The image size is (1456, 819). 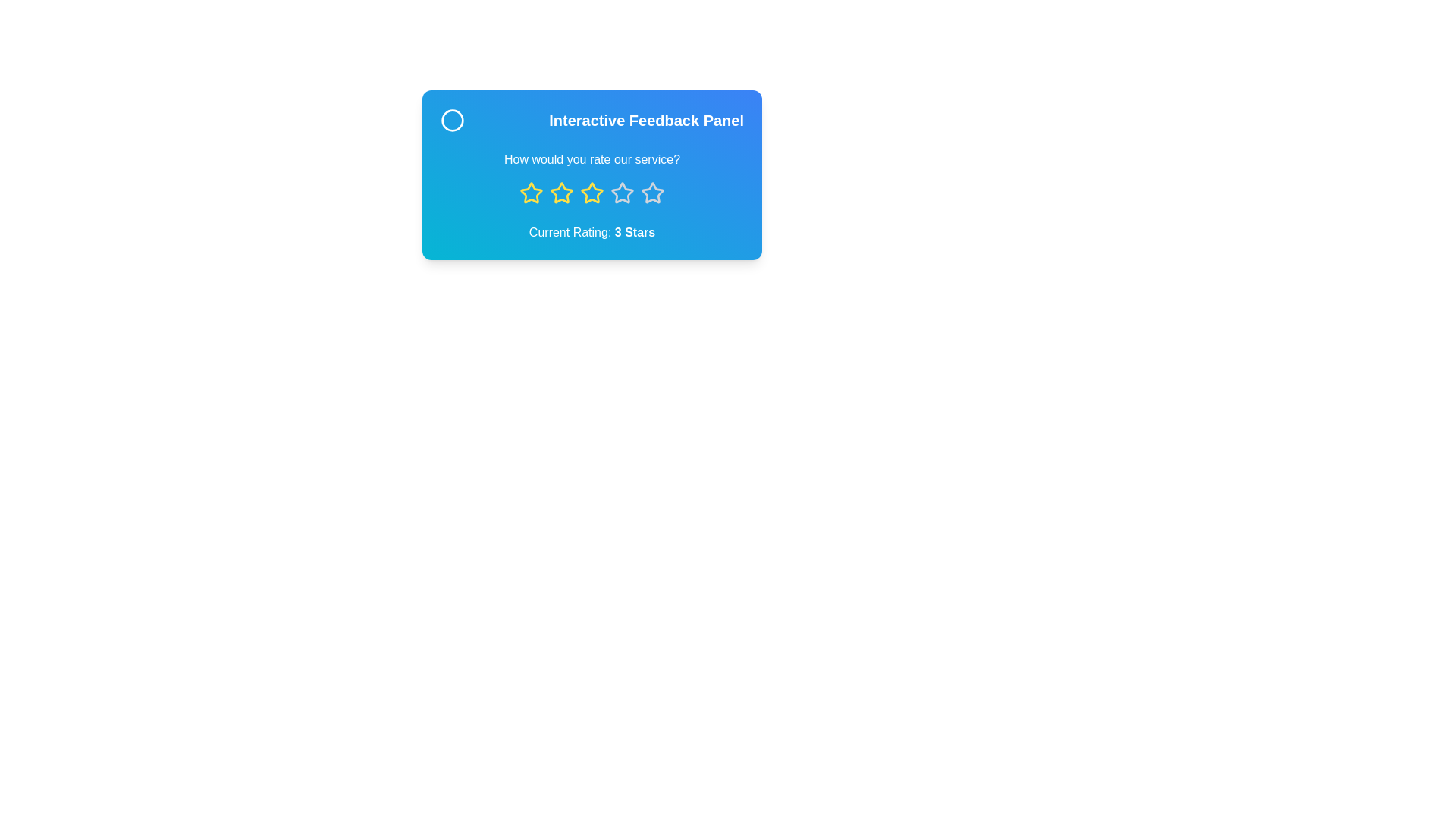 What do you see at coordinates (451, 119) in the screenshot?
I see `the SVG Circle element with a filled blue background and white border, located next to the title 'Interactive Feedback Panel'` at bounding box center [451, 119].